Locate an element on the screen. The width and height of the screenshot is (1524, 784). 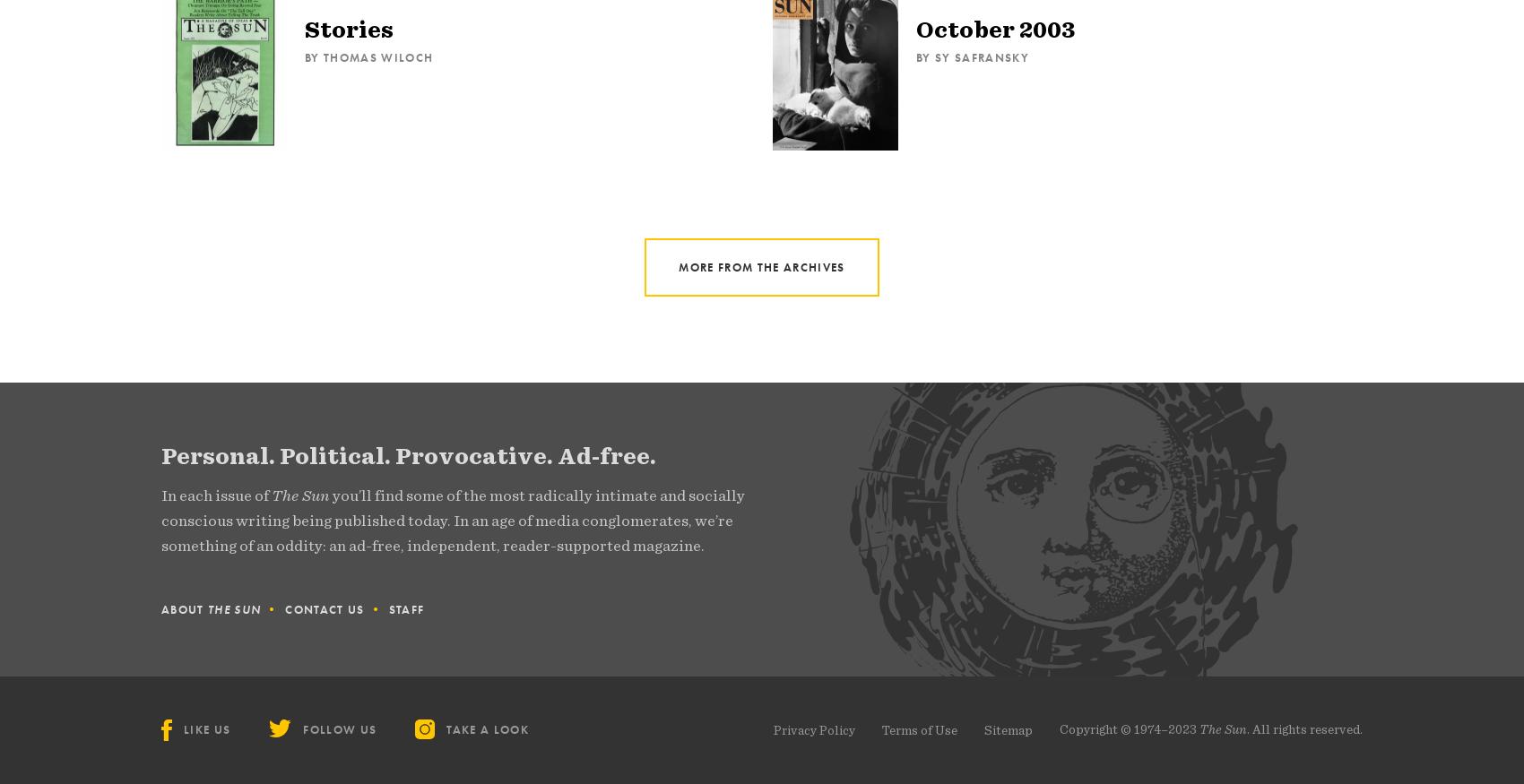
'Like us' is located at coordinates (207, 729).